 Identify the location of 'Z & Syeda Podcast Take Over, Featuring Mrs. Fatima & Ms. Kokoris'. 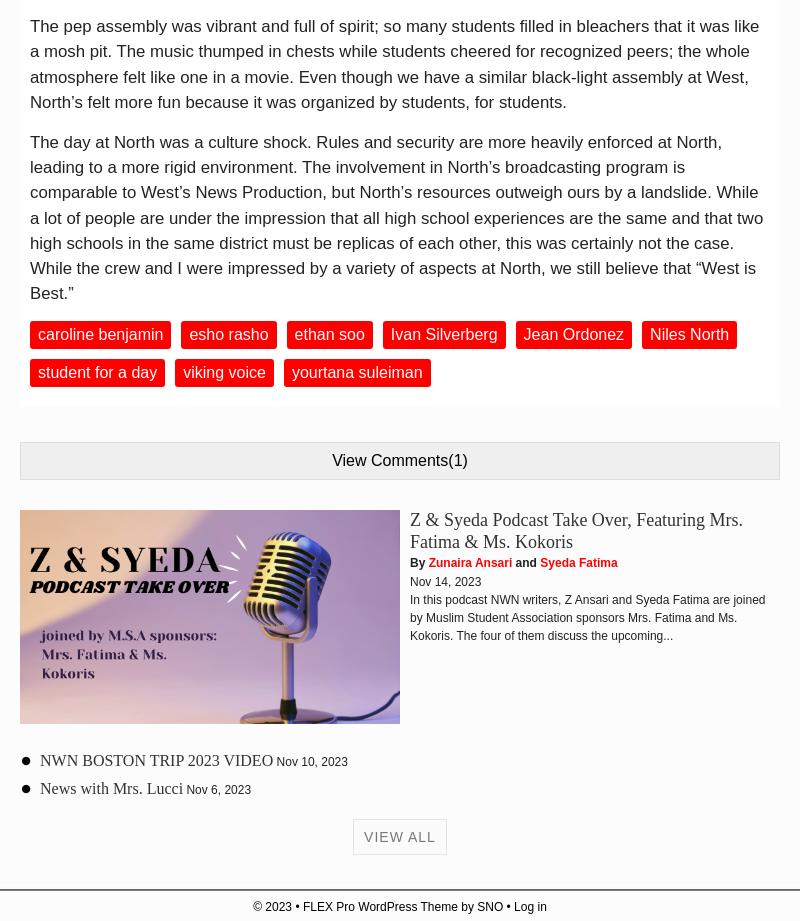
(575, 529).